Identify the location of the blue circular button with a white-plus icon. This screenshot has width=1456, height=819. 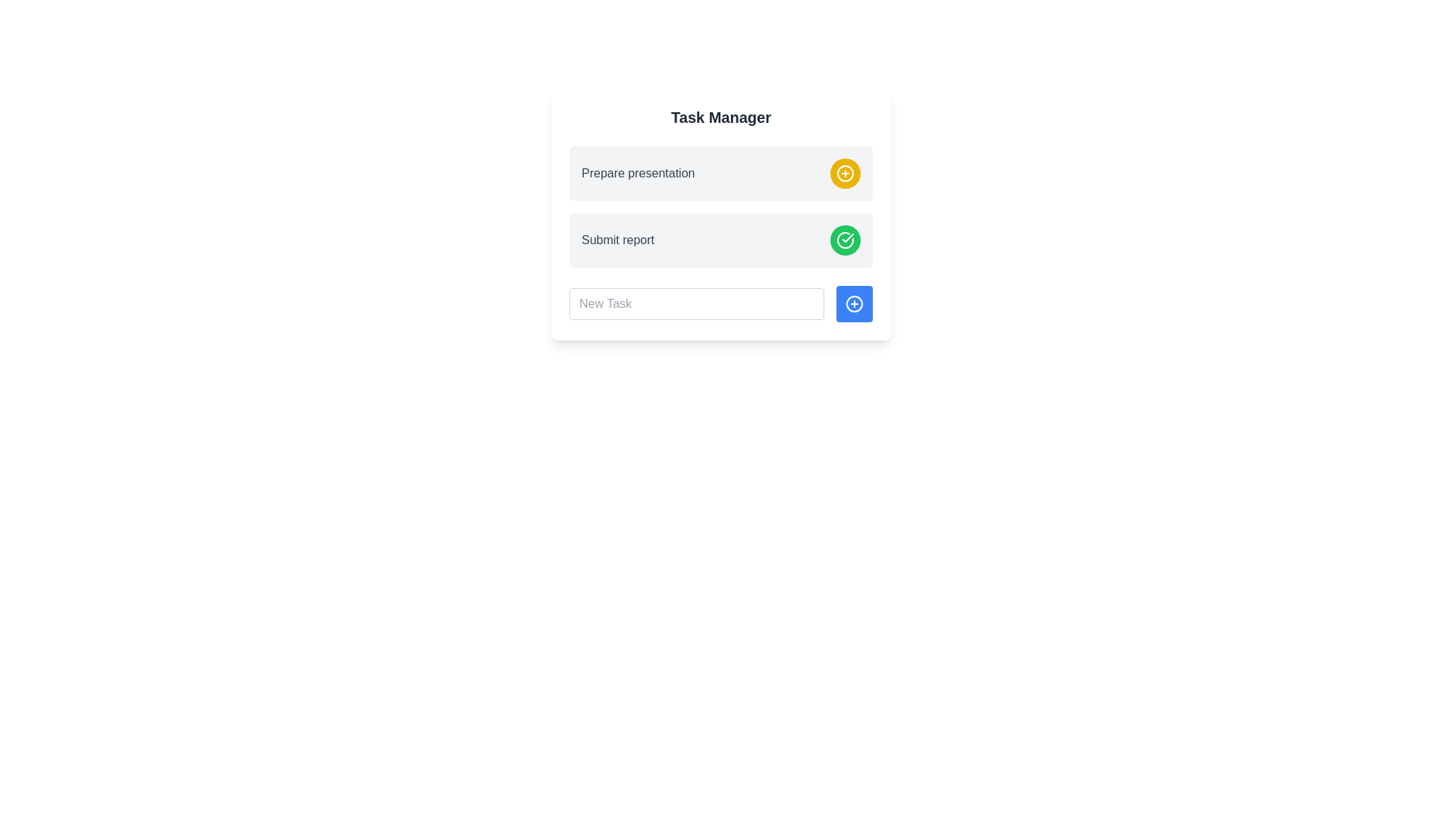
(855, 304).